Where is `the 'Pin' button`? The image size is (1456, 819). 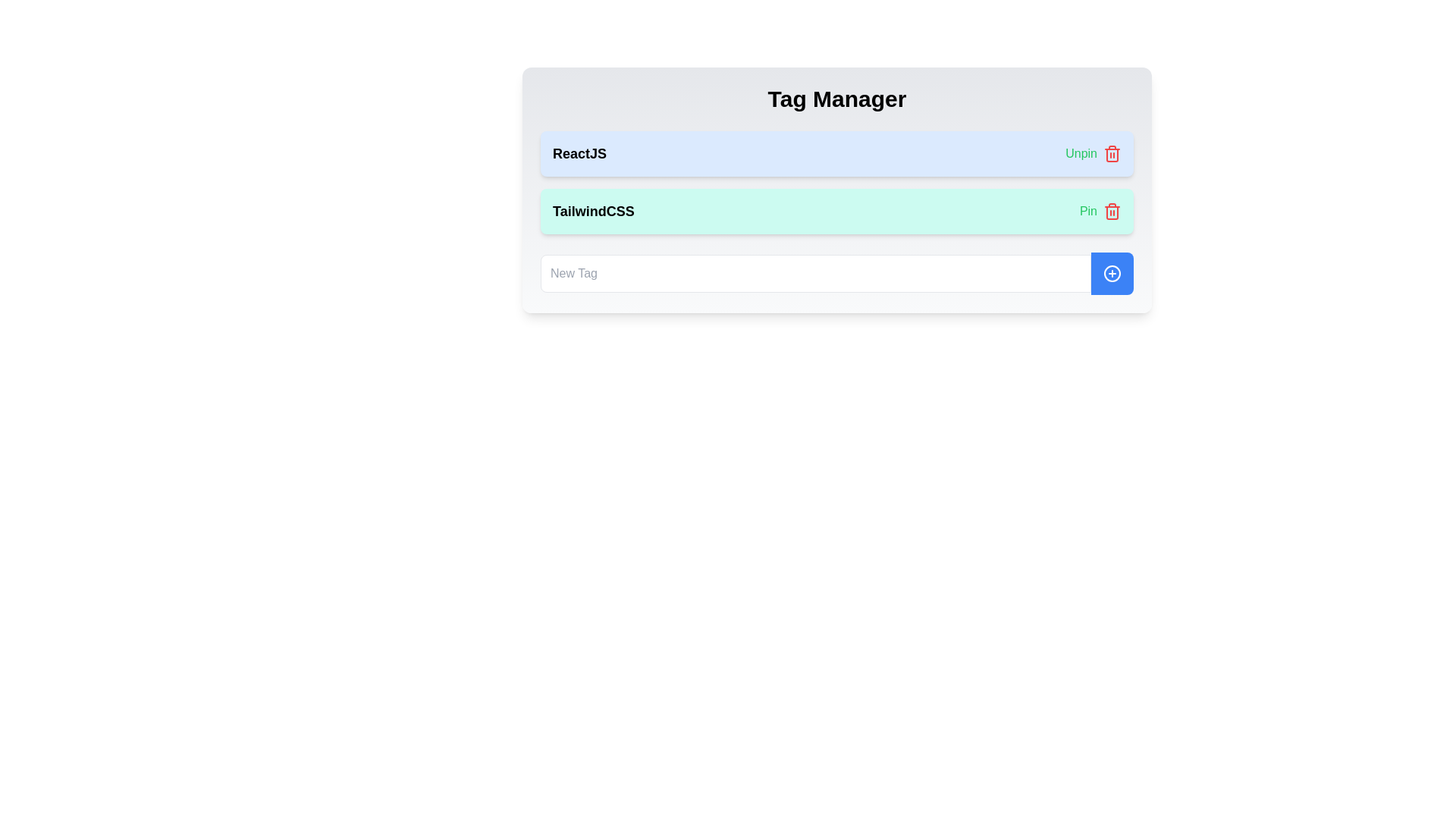 the 'Pin' button is located at coordinates (1087, 211).